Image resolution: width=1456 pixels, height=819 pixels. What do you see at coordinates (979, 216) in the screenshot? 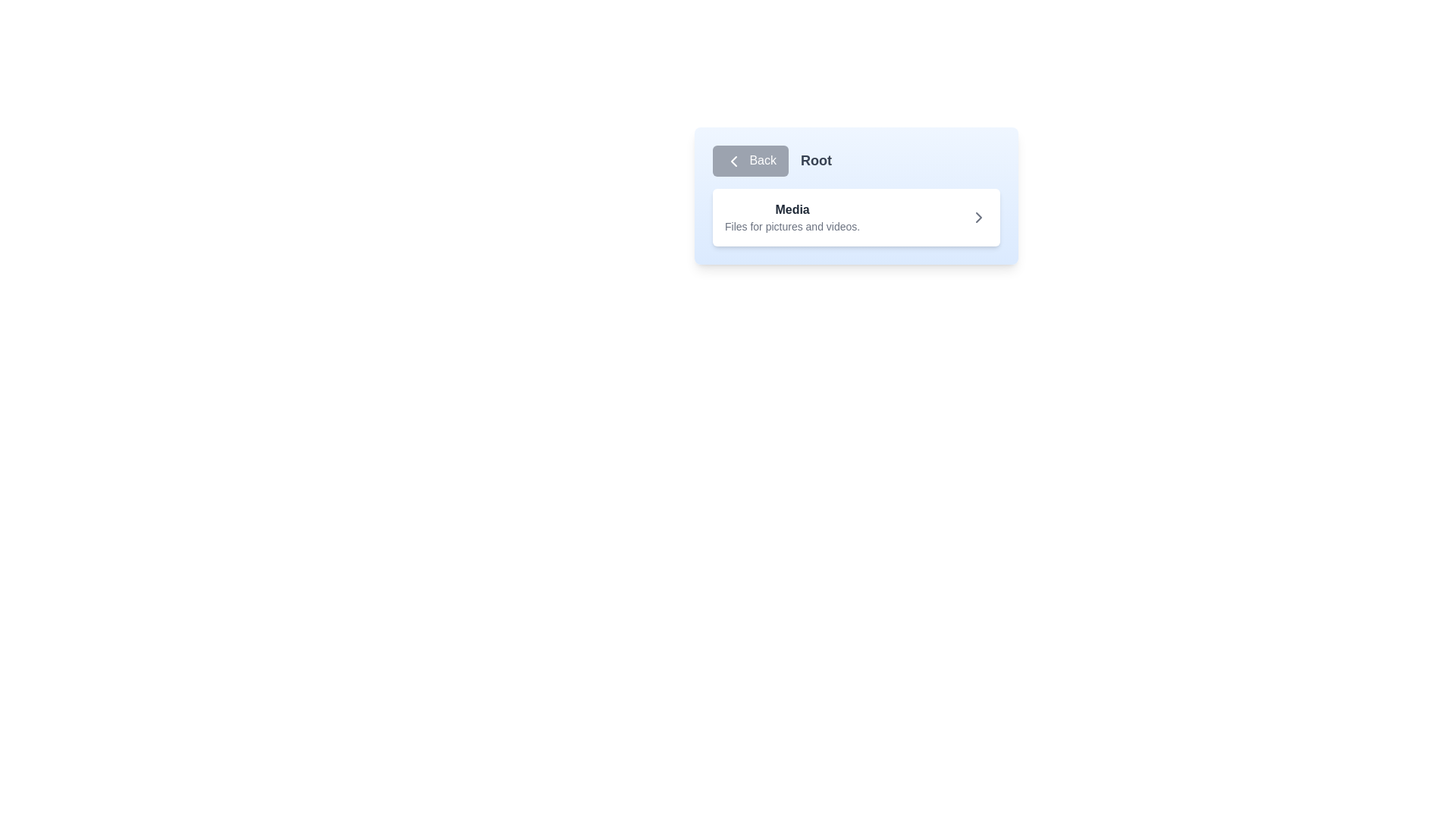
I see `the rightward chevron icon styled in gray, located at the far-right side of the card labeled 'Media Files for pictures and videos.'` at bounding box center [979, 216].